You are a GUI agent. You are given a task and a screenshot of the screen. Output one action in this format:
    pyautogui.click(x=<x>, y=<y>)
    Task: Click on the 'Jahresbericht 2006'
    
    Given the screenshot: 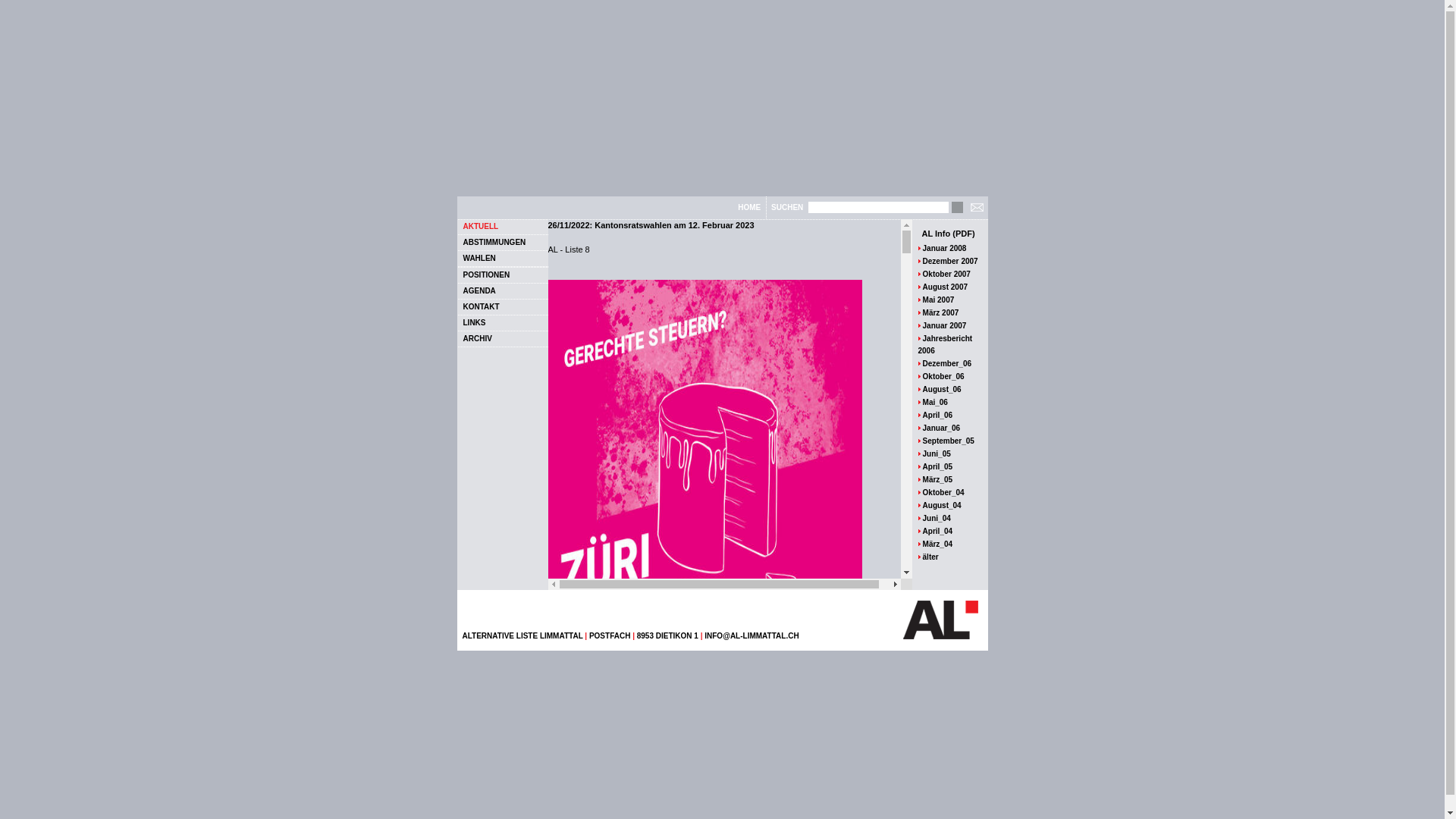 What is the action you would take?
    pyautogui.click(x=944, y=344)
    